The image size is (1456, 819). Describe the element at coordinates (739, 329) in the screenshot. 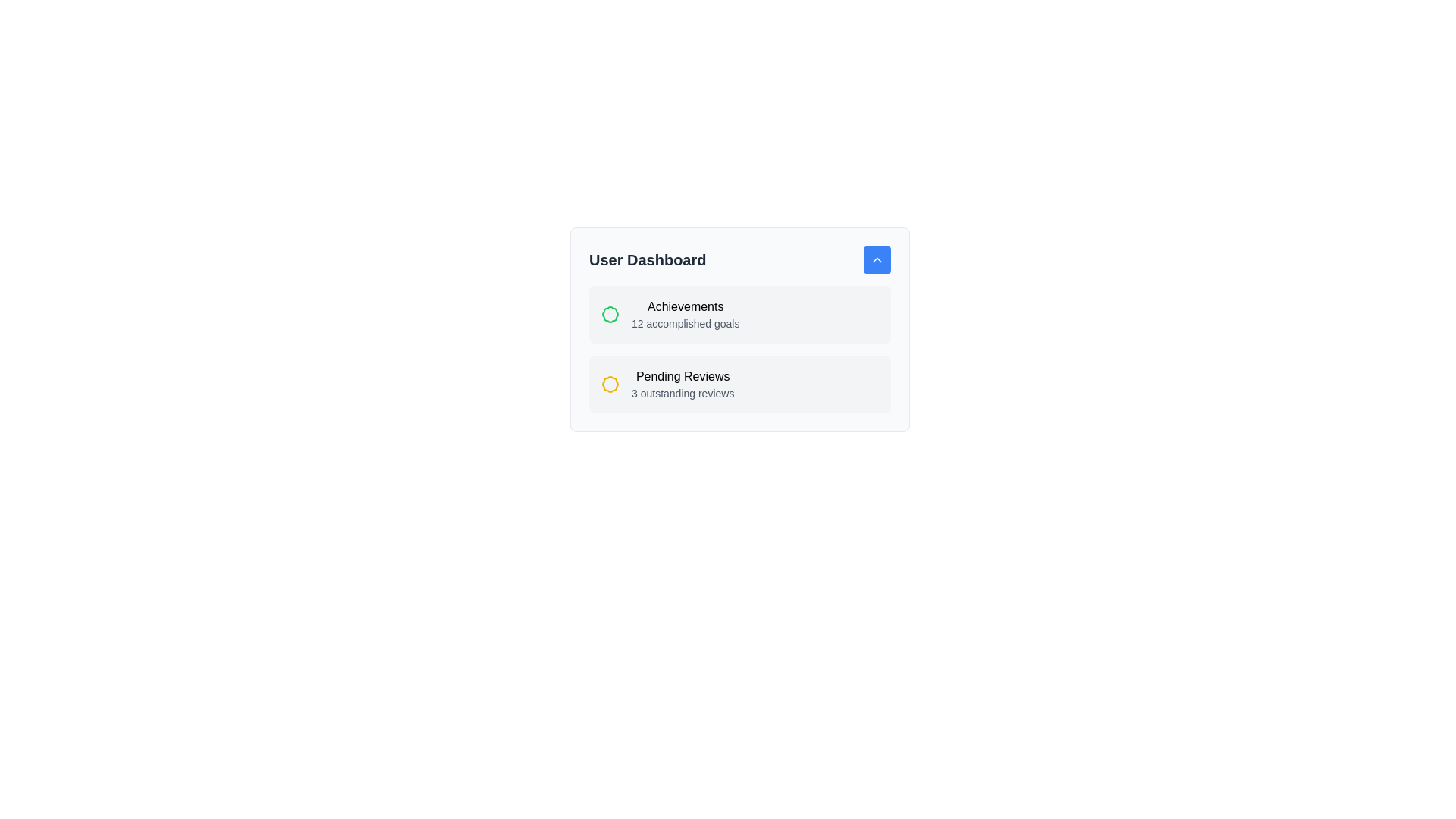

I see `the Informational panel displaying 'Achievements' and 'Pending Reviews' with rounded corners and a white background` at that location.